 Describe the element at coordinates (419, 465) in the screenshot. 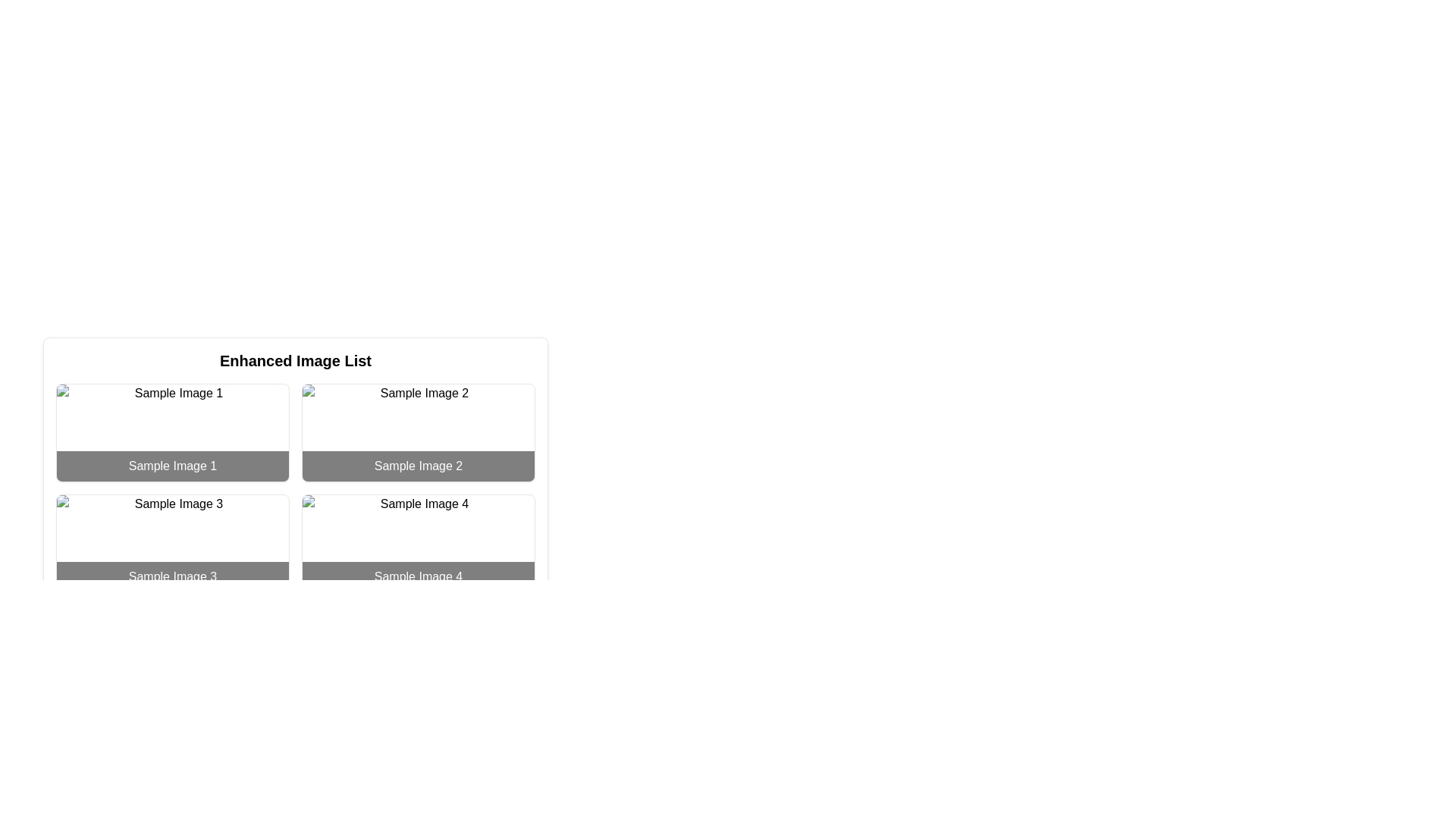

I see `label section that contains white text reading 'Sample Image 2', located at the bottom of the second image card in the top row of a grid layout` at that location.